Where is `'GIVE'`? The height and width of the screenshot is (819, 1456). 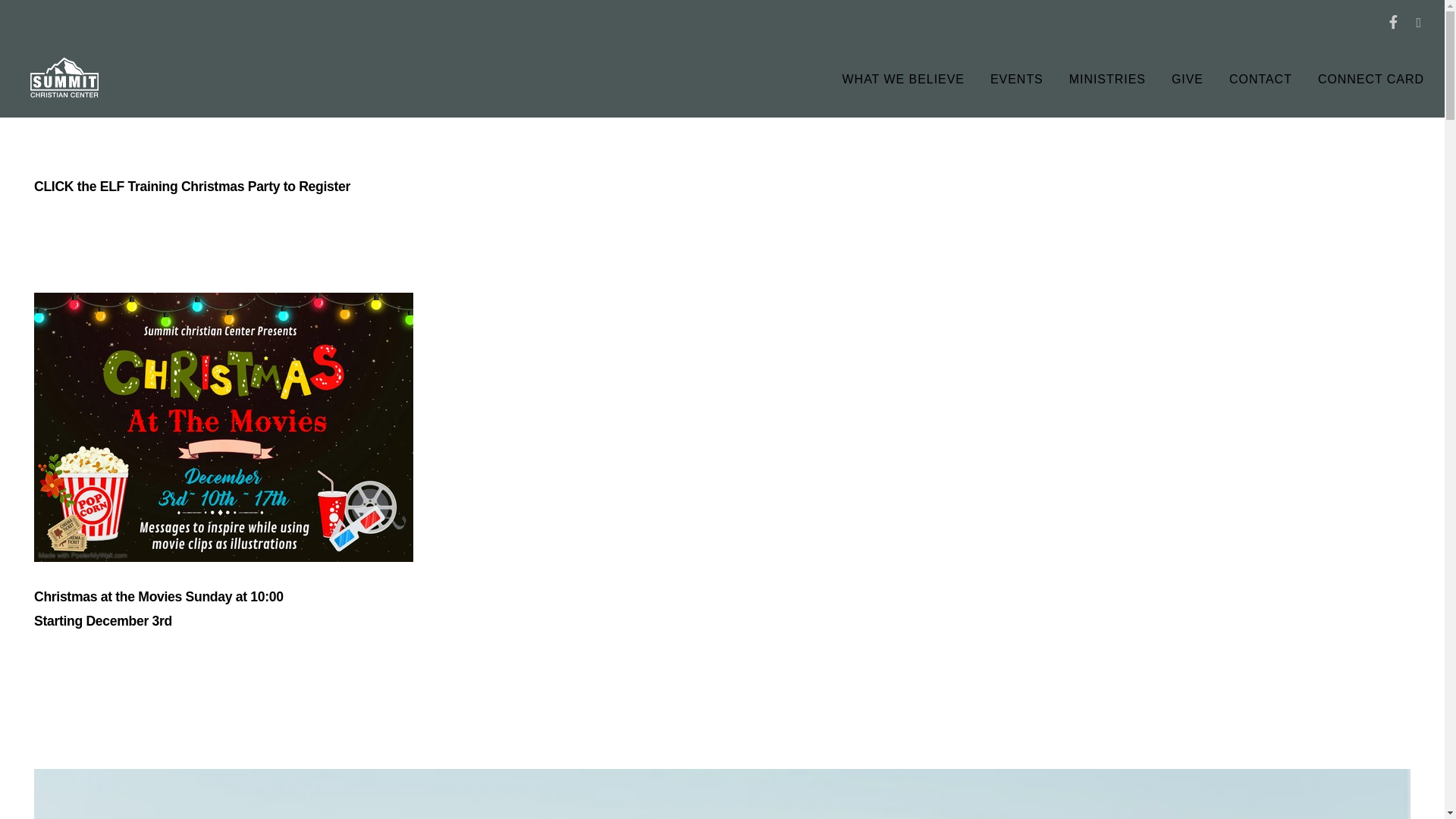 'GIVE' is located at coordinates (1186, 79).